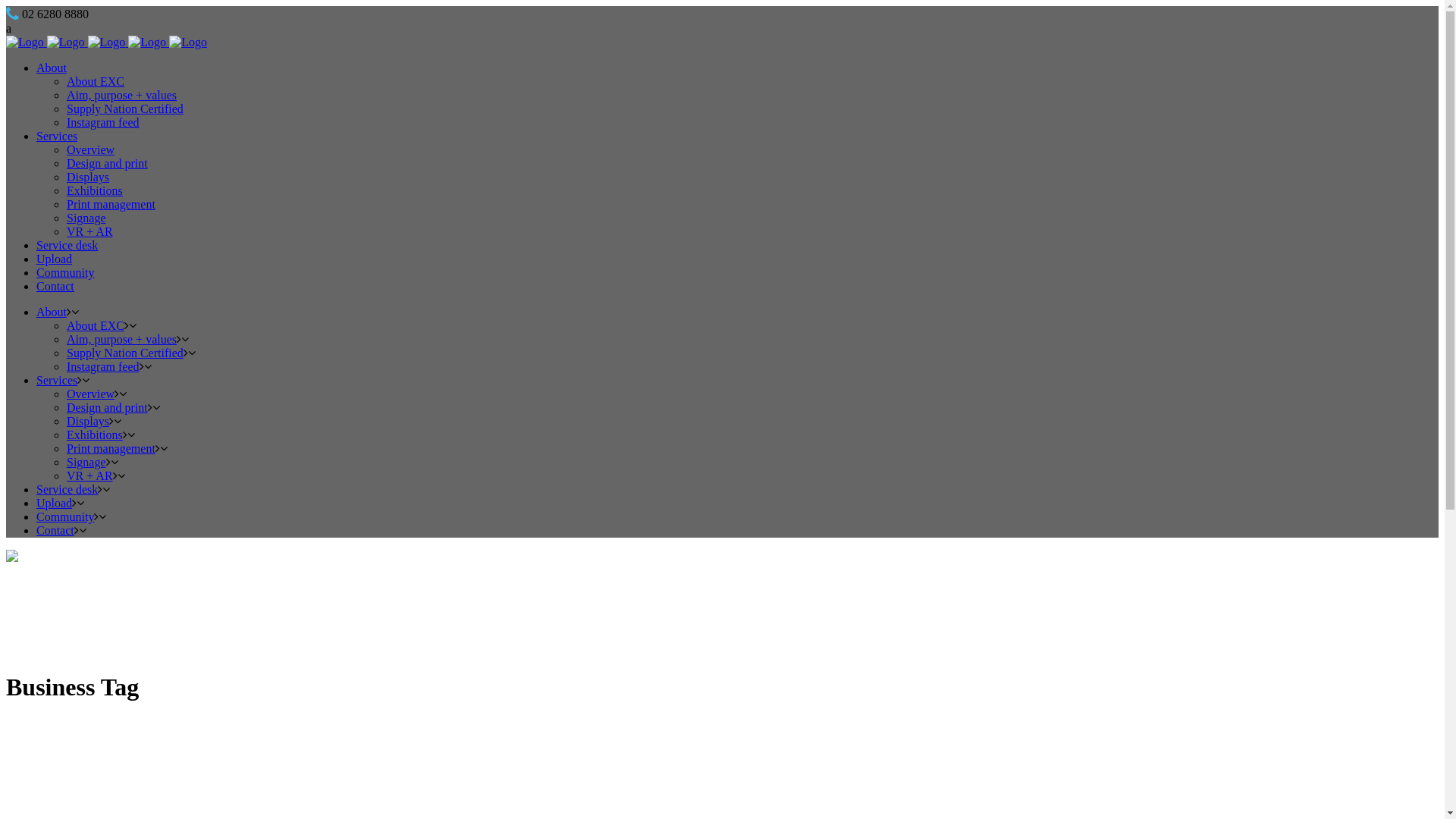  Describe the element at coordinates (65, 421) in the screenshot. I see `'Displays'` at that location.